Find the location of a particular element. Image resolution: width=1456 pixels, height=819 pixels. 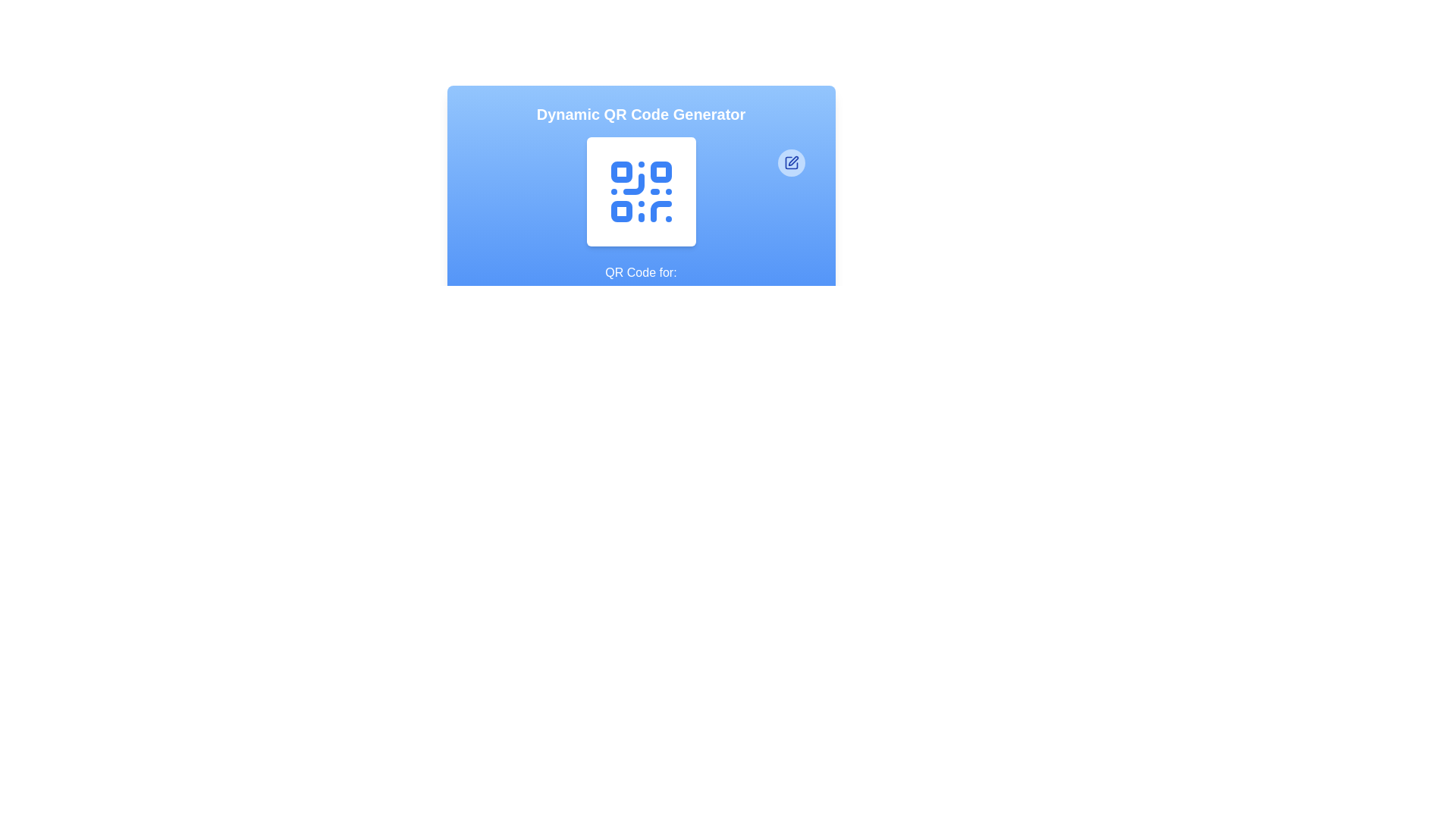

the vector graphic element within the QR code, which is prominently centered in the blue section of the interface and located to the left of the central portion is located at coordinates (633, 184).